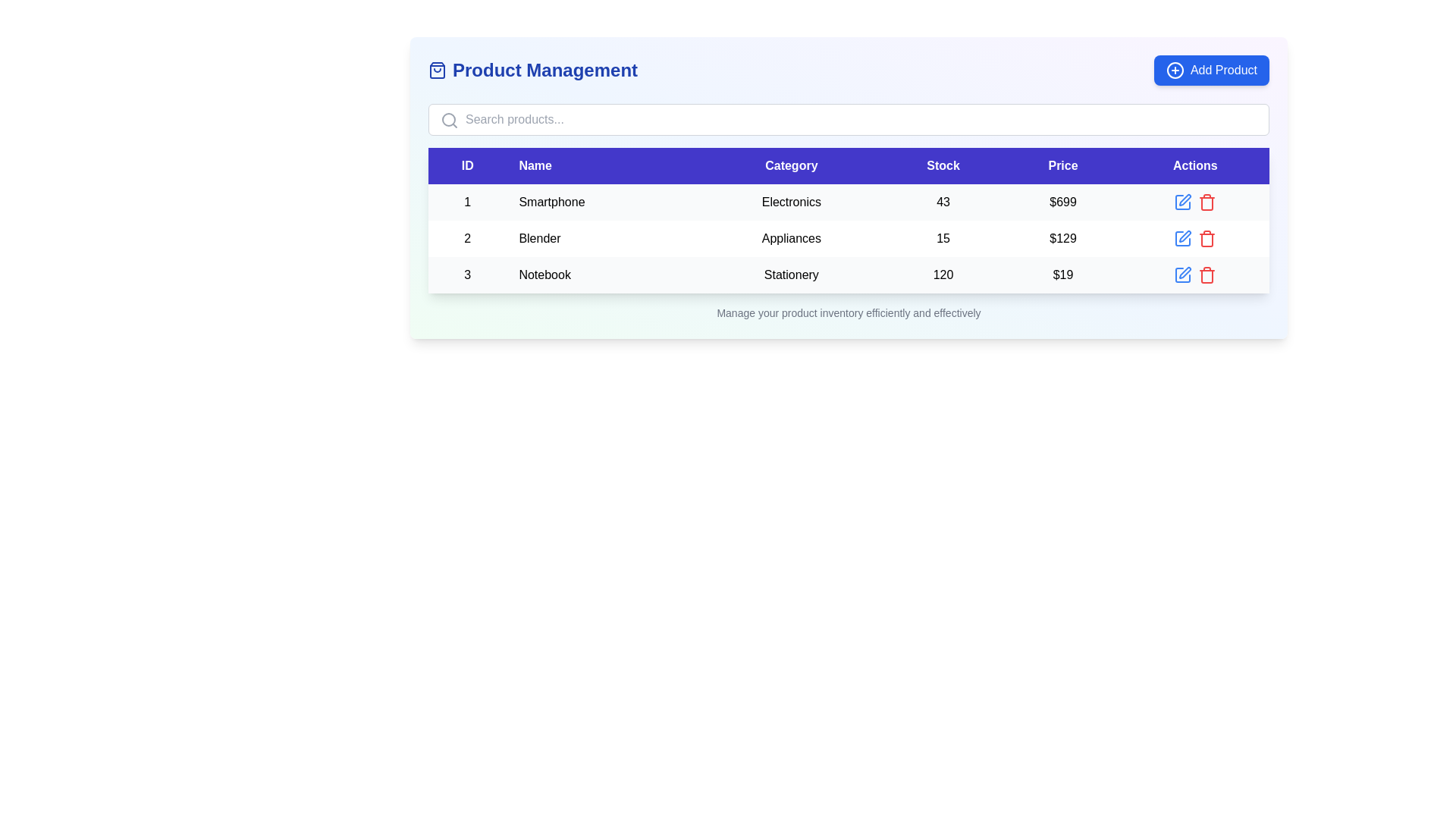 The height and width of the screenshot is (819, 1456). Describe the element at coordinates (790, 239) in the screenshot. I see `the 'Appliances' text label in the second row of the table under the 'Category' column, which is styled with a clean sans-serif typeface and located between the 'Blender' and '15' cells` at that location.